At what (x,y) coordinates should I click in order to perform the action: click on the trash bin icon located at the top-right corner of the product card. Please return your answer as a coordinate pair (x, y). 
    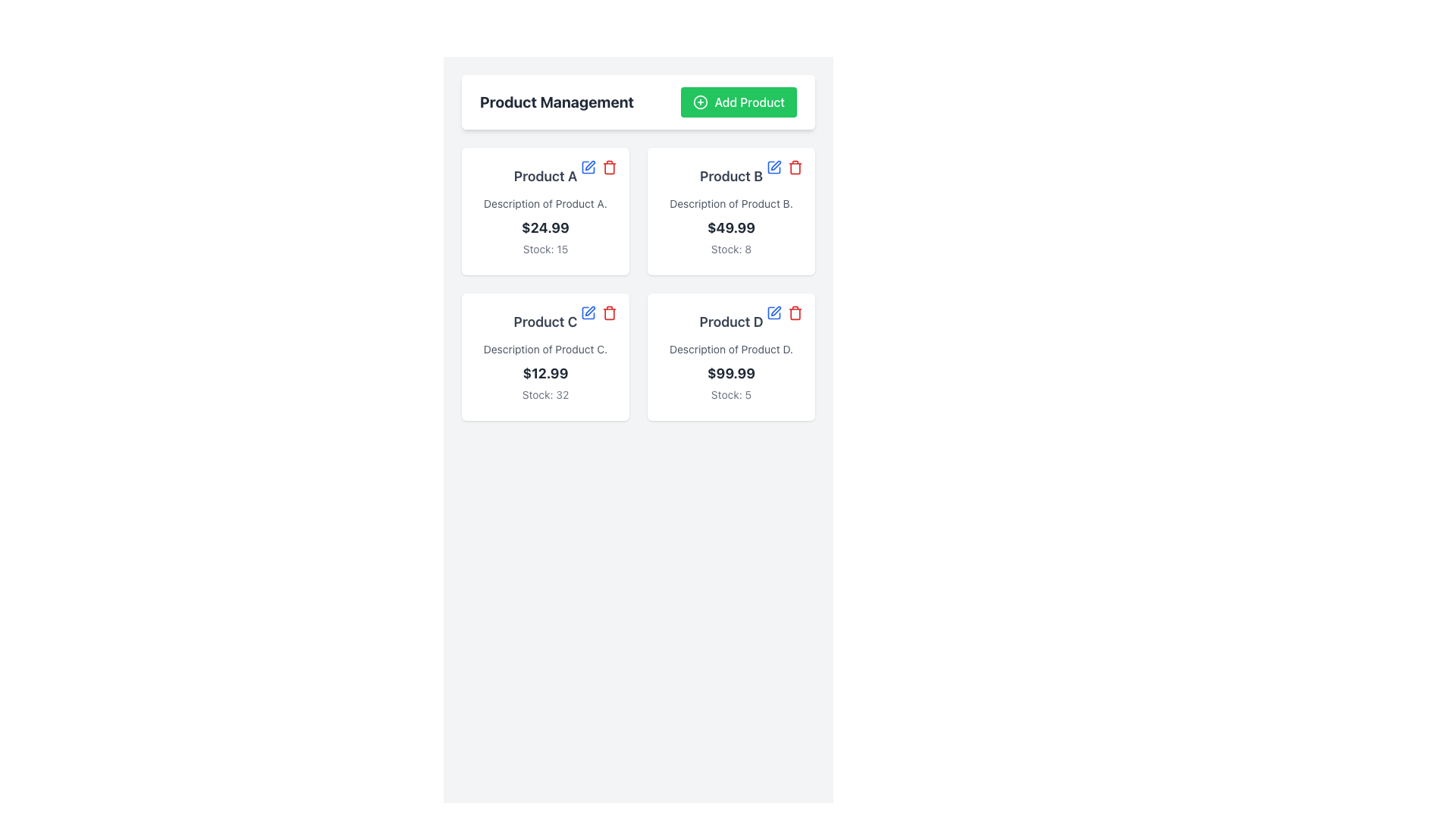
    Looking at the image, I should click on (795, 312).